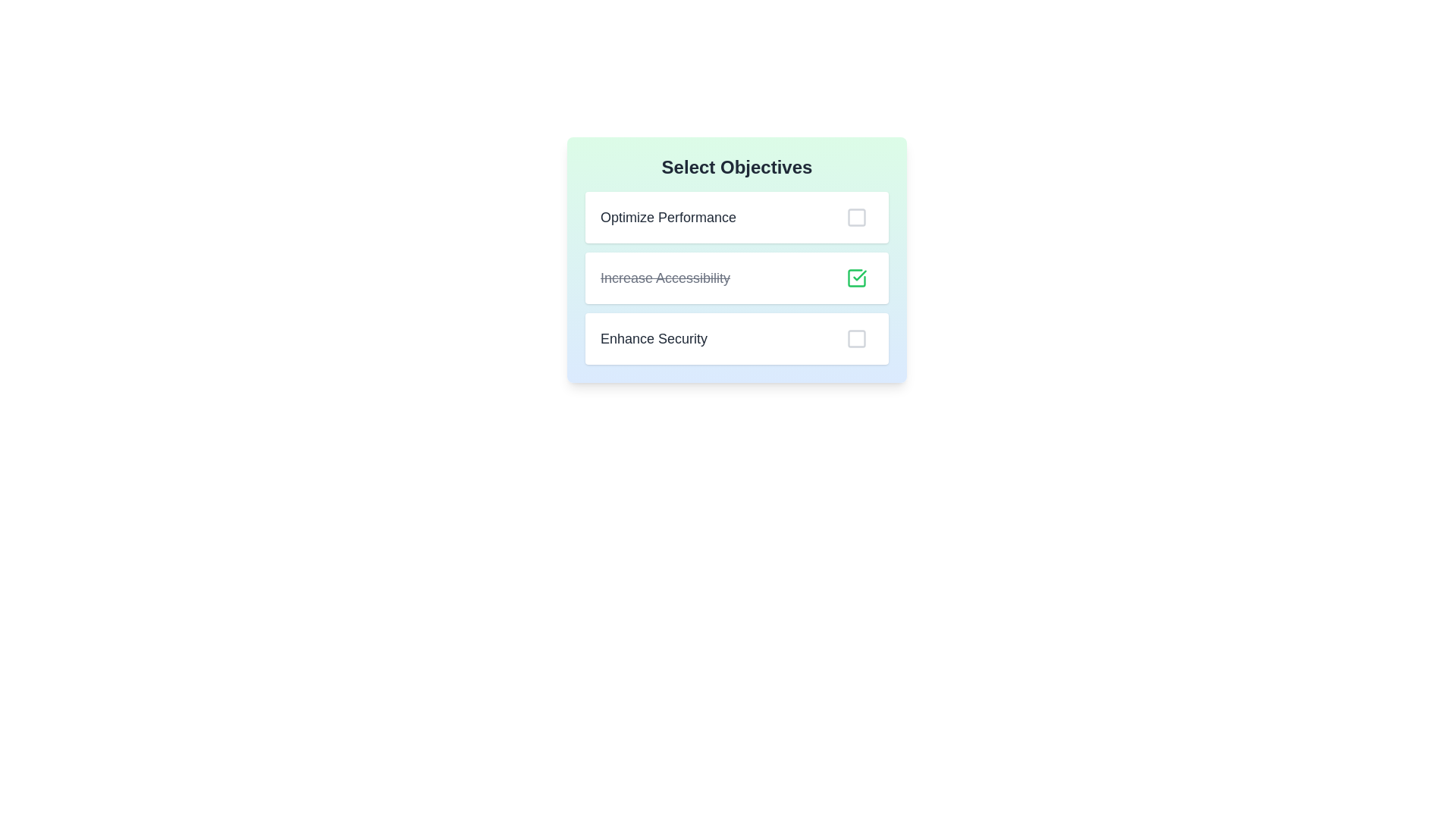 This screenshot has width=1456, height=819. What do you see at coordinates (856, 338) in the screenshot?
I see `the checkbox element, which is the third in a vertical list aligned to the right of the 'Enhance Security' text, to toggle its state quickly` at bounding box center [856, 338].